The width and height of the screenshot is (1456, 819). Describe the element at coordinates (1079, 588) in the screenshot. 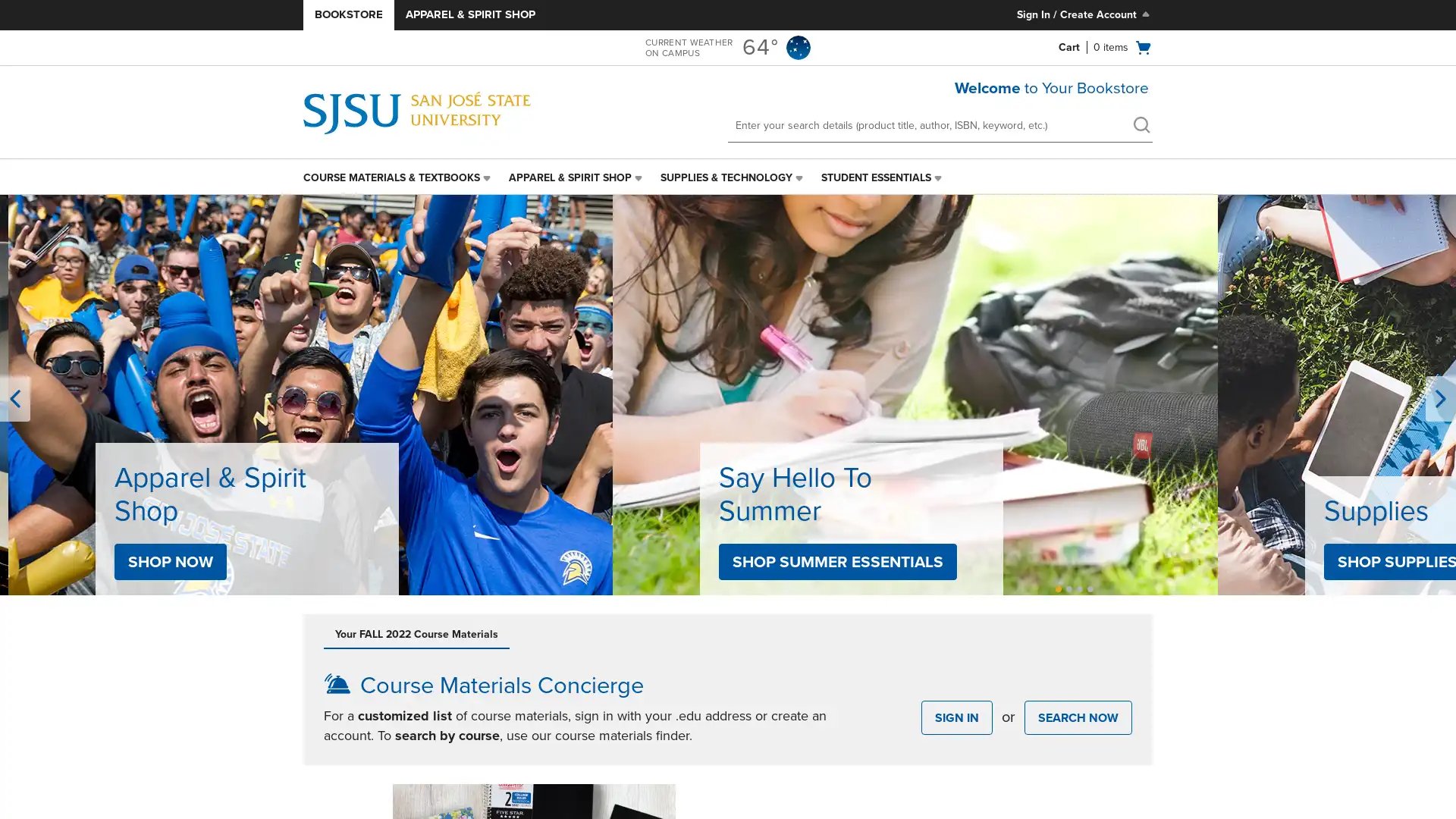

I see `Unselected, Slide 3` at that location.